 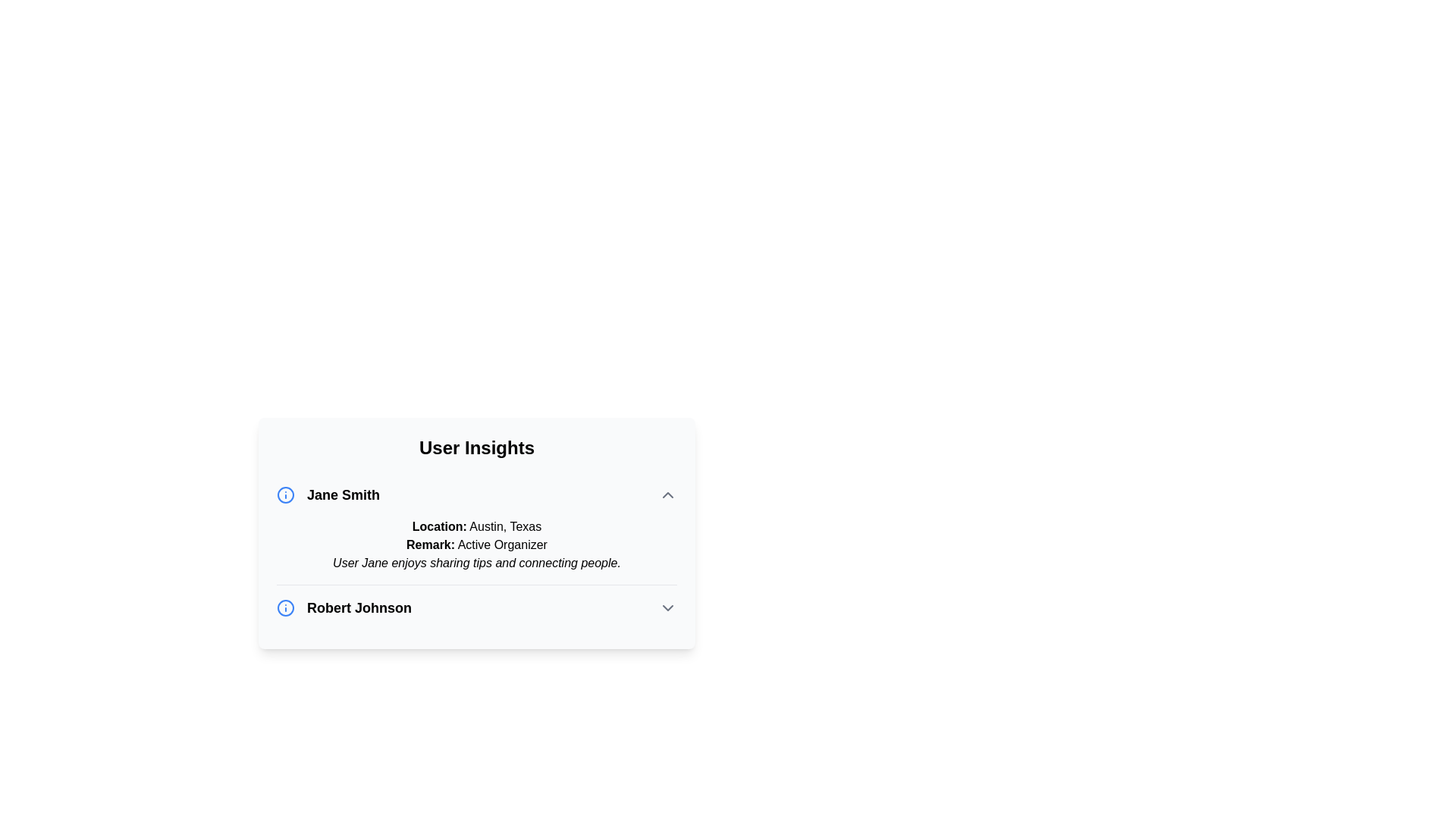 What do you see at coordinates (438, 526) in the screenshot?
I see `the text label reading 'Location:' which is styled in a bold black font and positioned within the user details card under the name 'Jane Smith'` at bounding box center [438, 526].